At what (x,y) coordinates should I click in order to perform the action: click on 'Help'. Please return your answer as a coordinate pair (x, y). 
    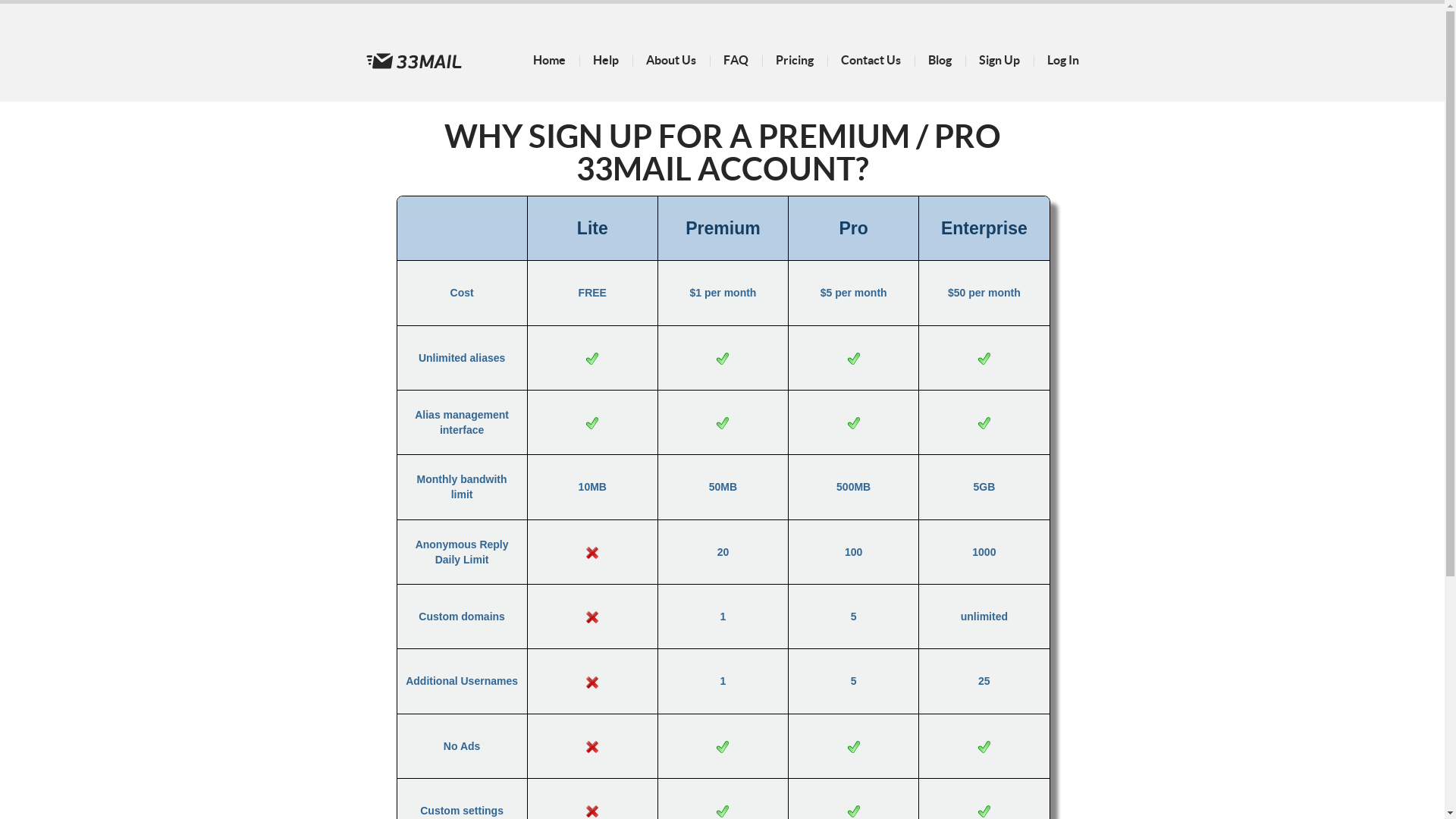
    Looking at the image, I should click on (604, 58).